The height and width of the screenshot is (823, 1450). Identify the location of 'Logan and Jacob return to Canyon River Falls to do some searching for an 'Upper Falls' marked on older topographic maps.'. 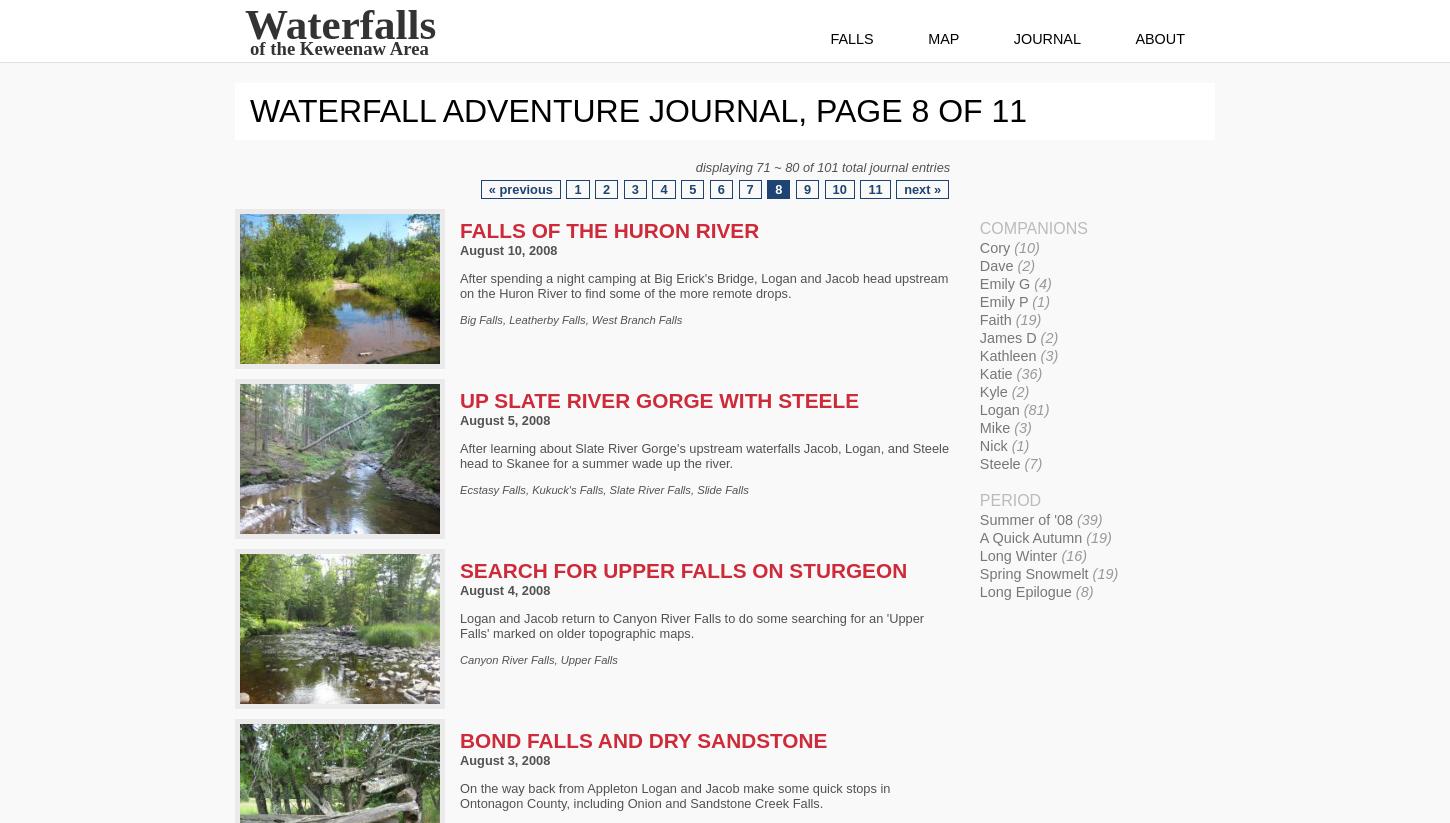
(458, 623).